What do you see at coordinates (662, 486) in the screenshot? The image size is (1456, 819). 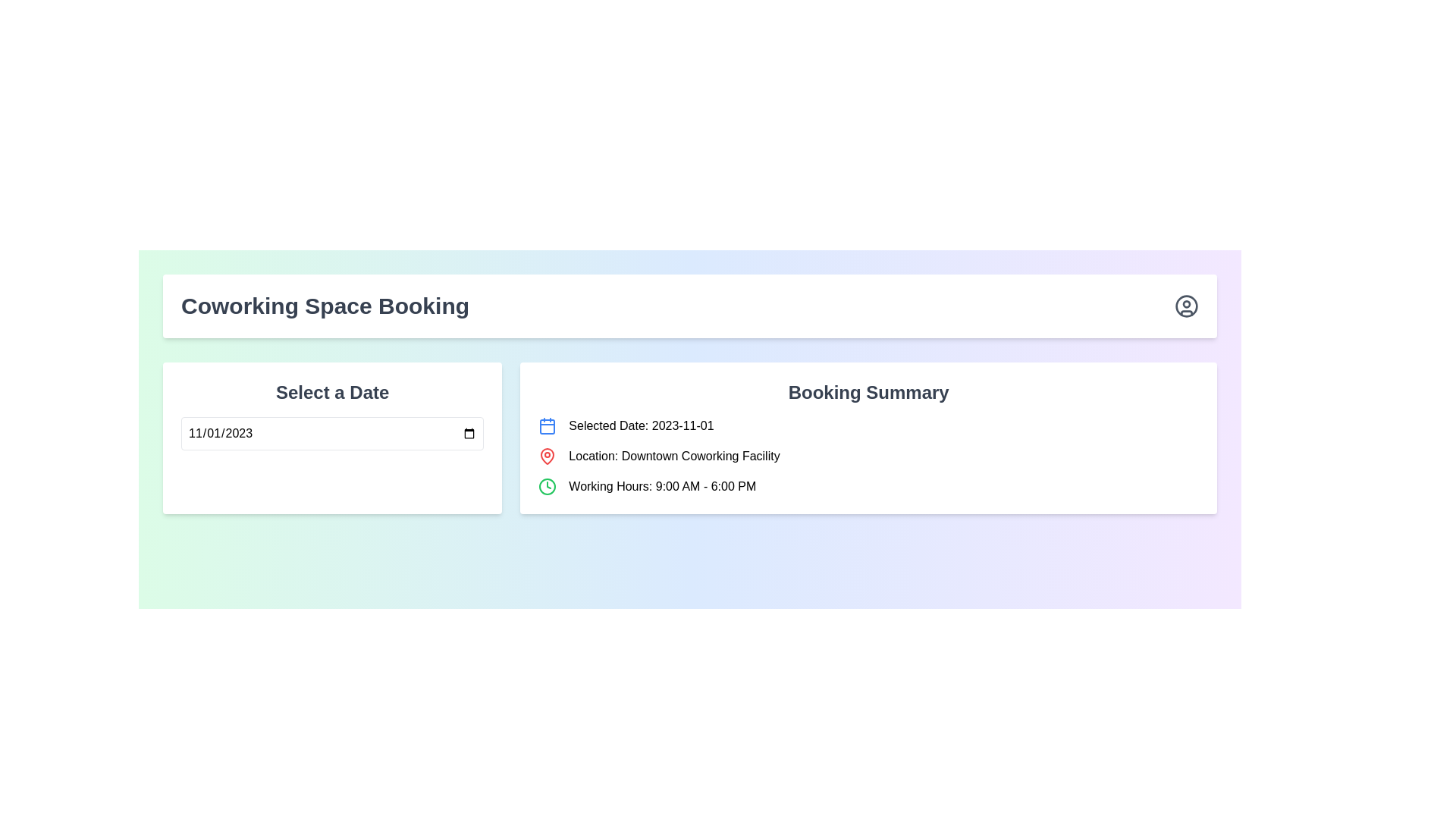 I see `working hours information displayed as 'Working Hours: 9:00 AM - 6:00 PM' in the Booking Summary section, located below the location indication and above no other components` at bounding box center [662, 486].